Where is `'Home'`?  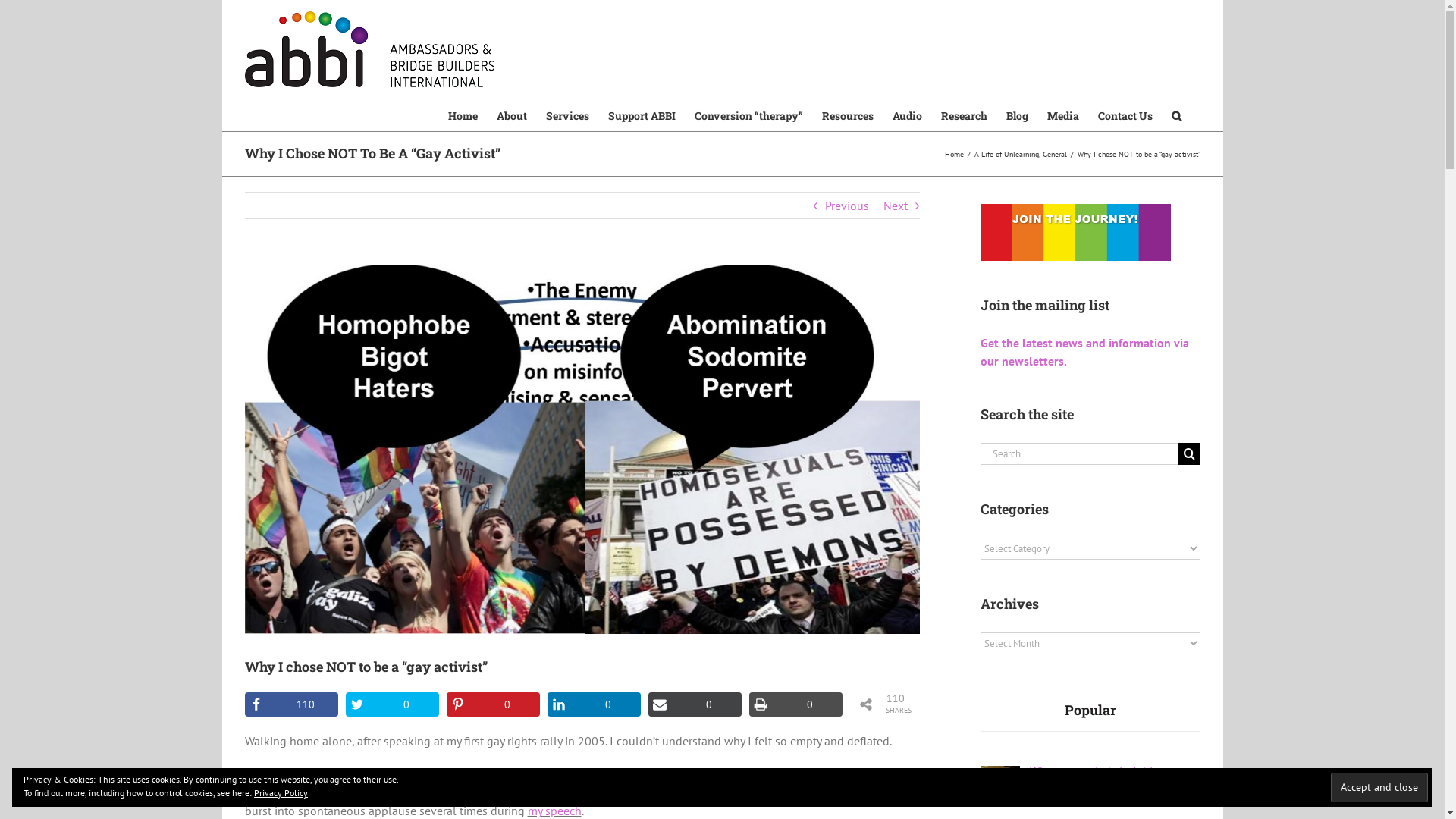 'Home' is located at coordinates (461, 114).